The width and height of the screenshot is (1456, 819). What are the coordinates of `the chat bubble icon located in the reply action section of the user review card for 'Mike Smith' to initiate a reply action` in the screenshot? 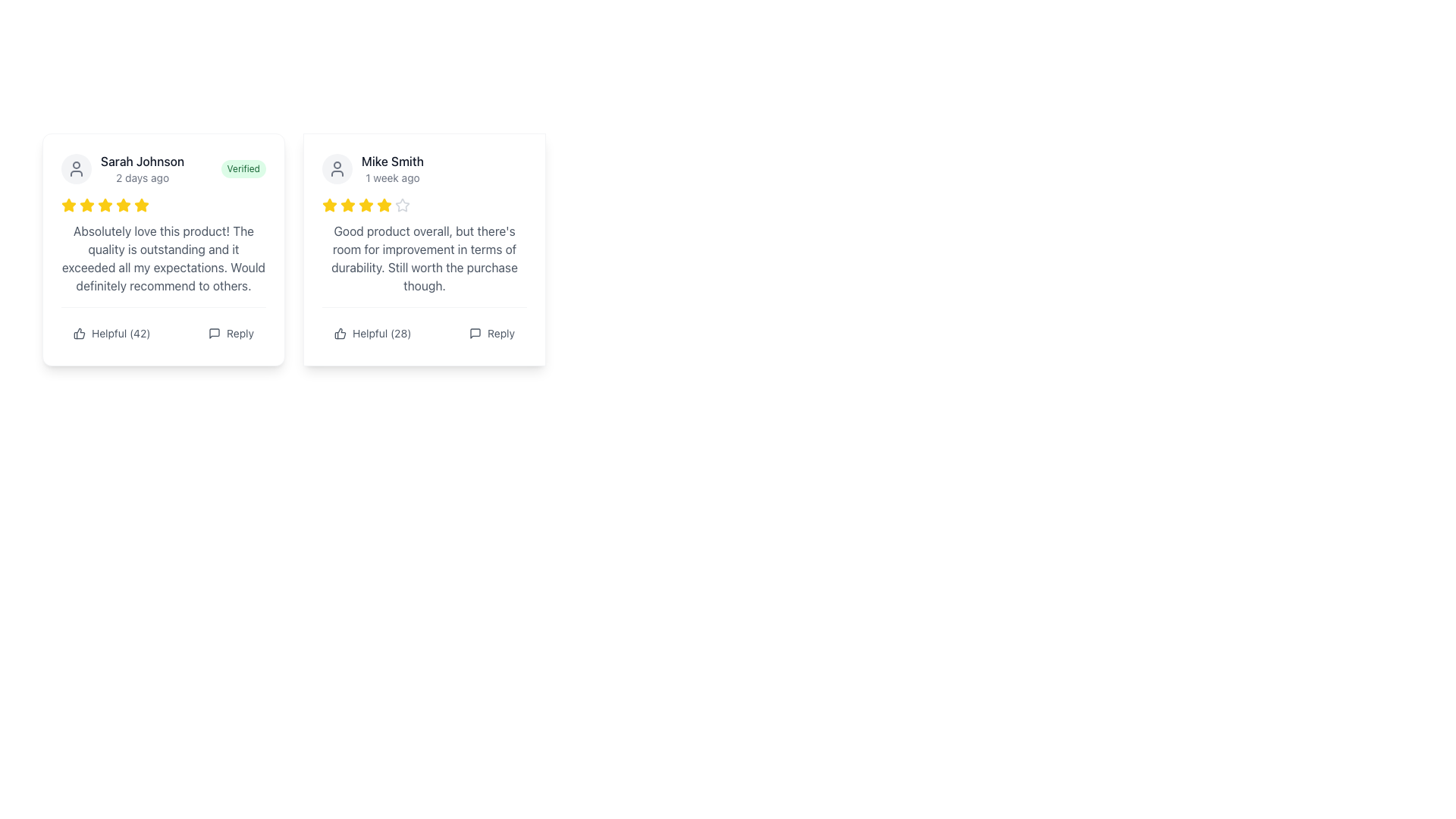 It's located at (475, 332).